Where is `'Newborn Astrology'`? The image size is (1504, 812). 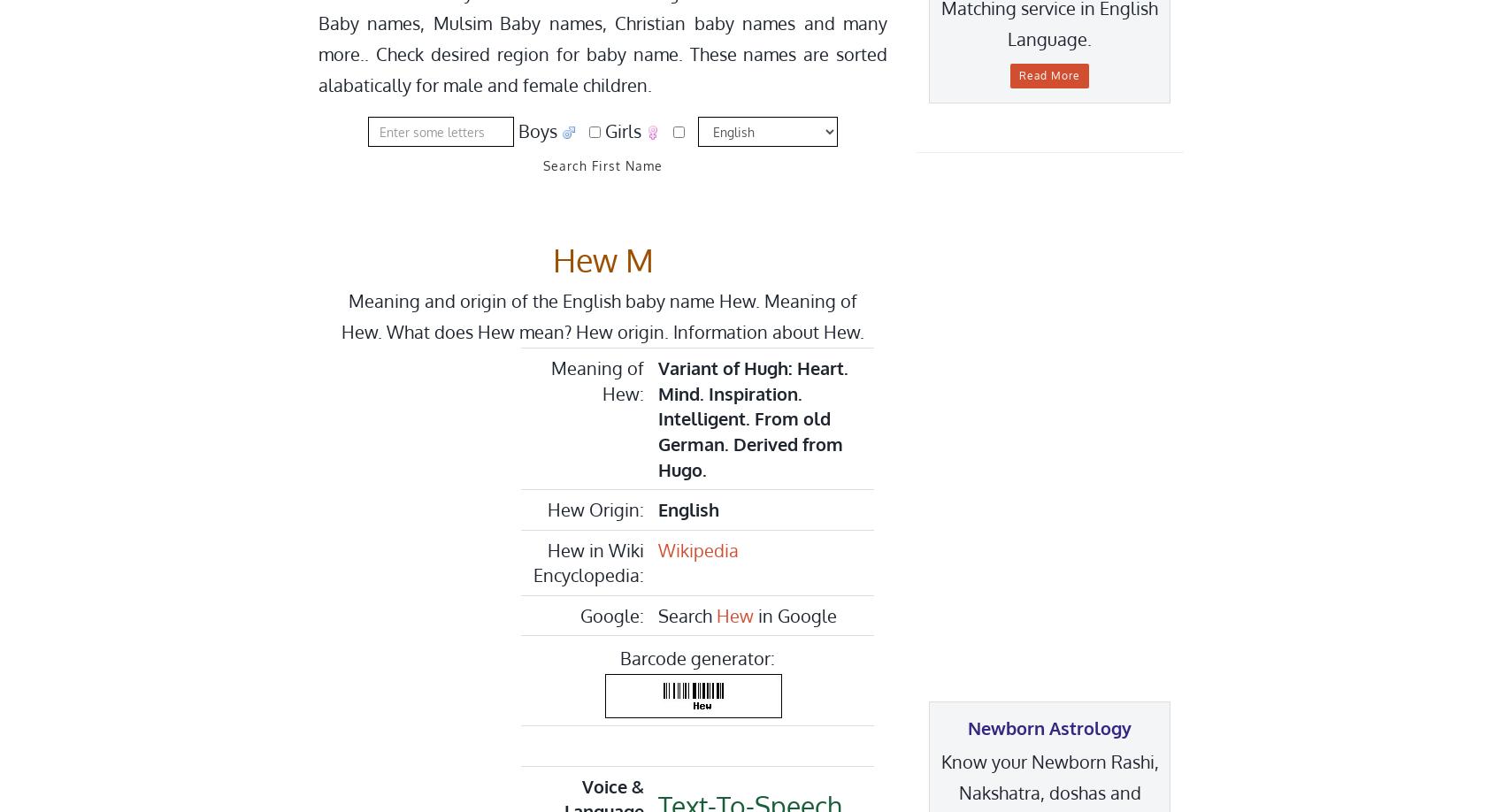
'Newborn Astrology' is located at coordinates (967, 727).